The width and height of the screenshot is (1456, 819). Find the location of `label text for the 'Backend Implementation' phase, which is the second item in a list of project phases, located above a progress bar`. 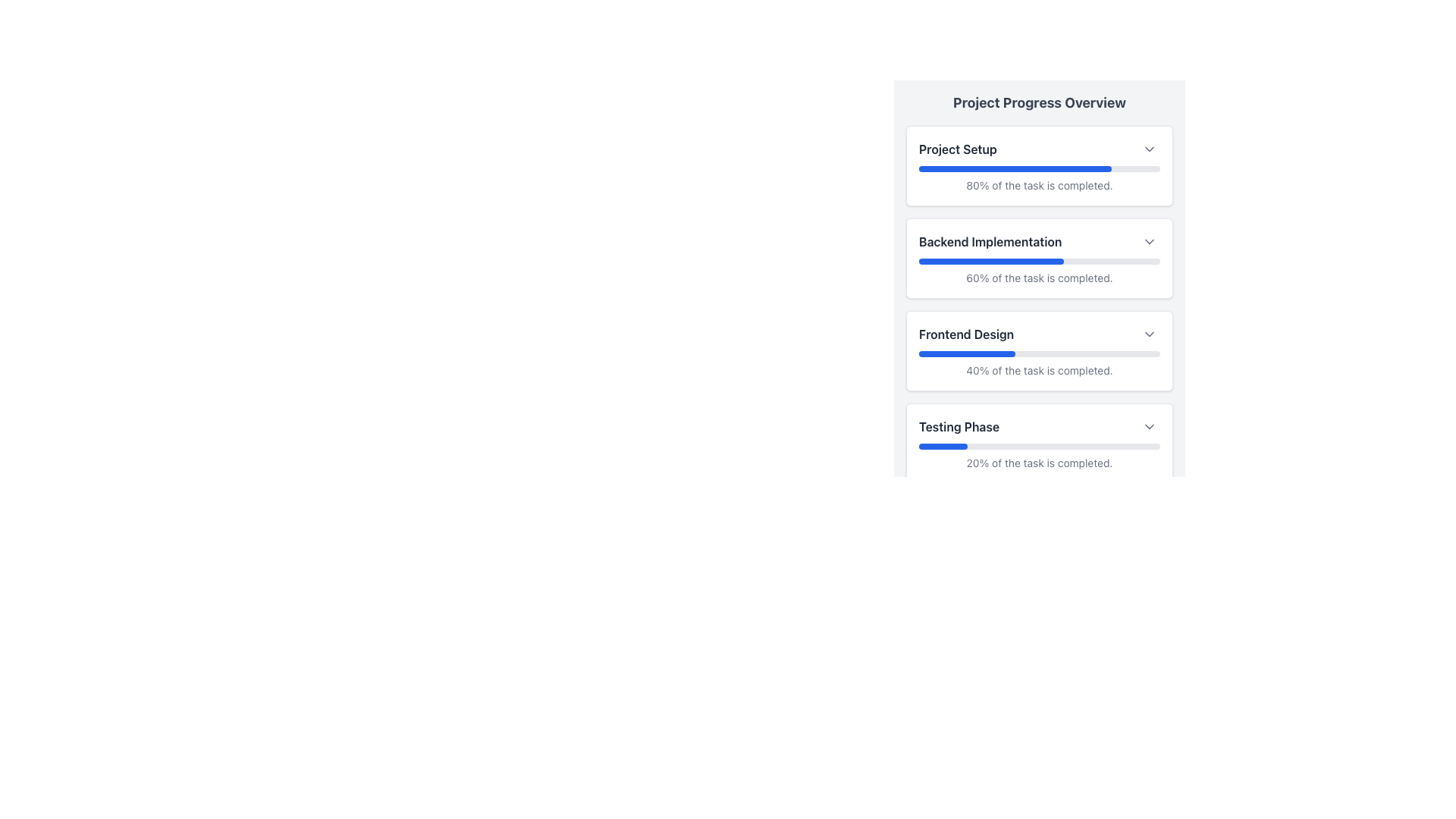

label text for the 'Backend Implementation' phase, which is the second item in a list of project phases, located above a progress bar is located at coordinates (1039, 241).